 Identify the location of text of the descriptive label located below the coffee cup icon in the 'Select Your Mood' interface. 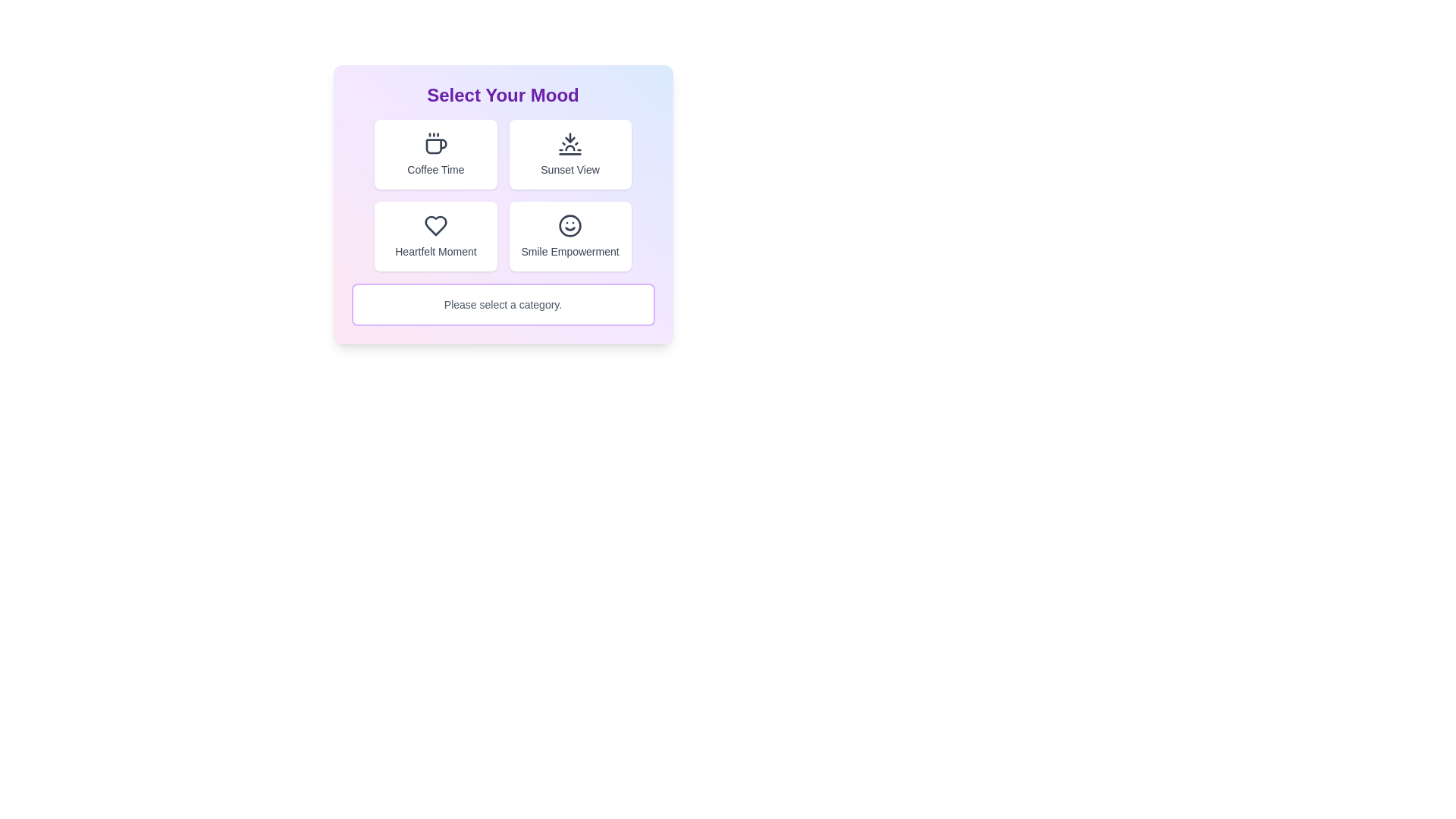
(435, 169).